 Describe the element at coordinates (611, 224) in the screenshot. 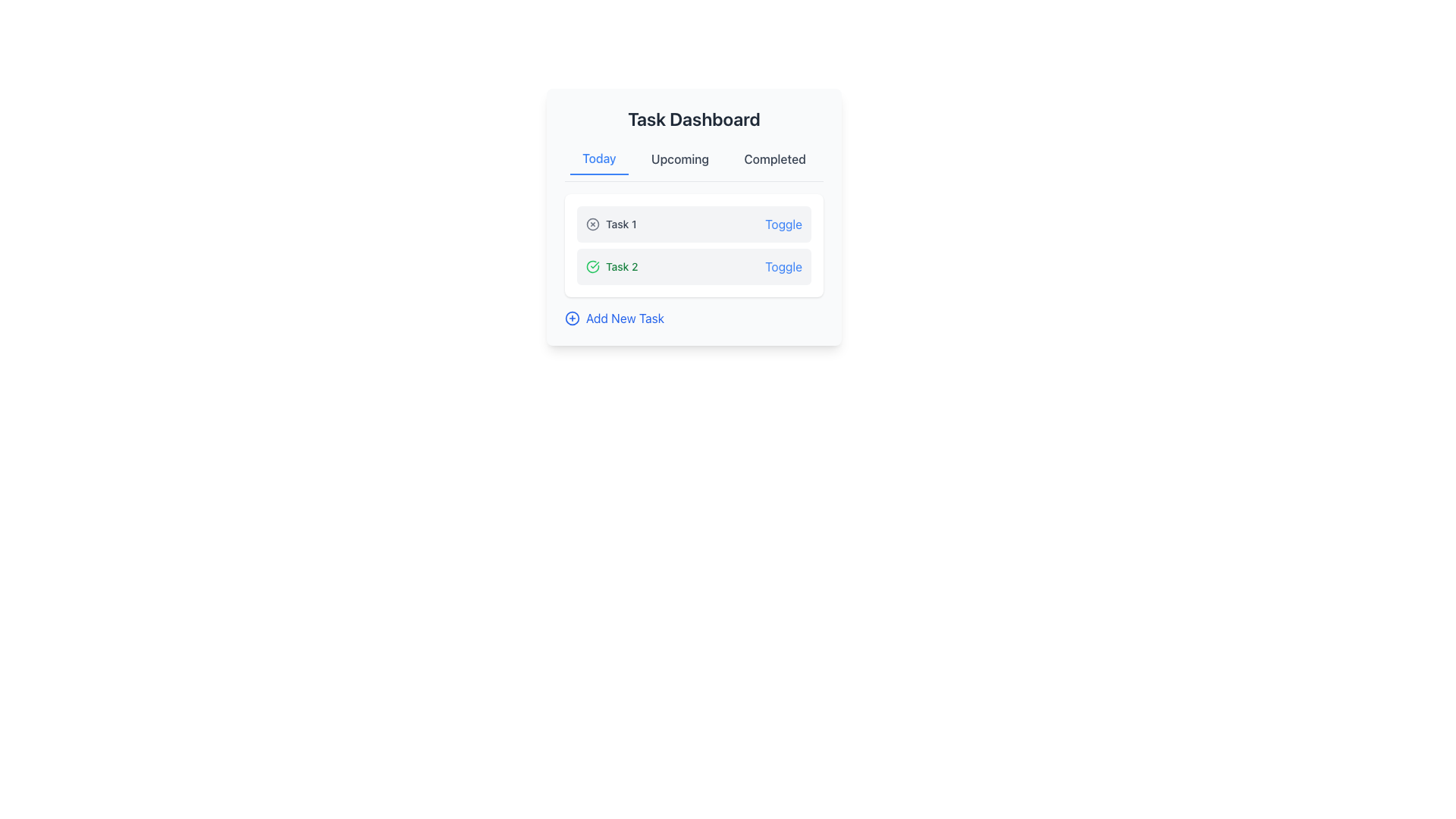

I see `the 'Task 1' text label, which is displayed in medium gray font within a light gray rounded rectangle, located between an 'X' icon and a 'Toggle' link, to engage with adjacent elements` at that location.